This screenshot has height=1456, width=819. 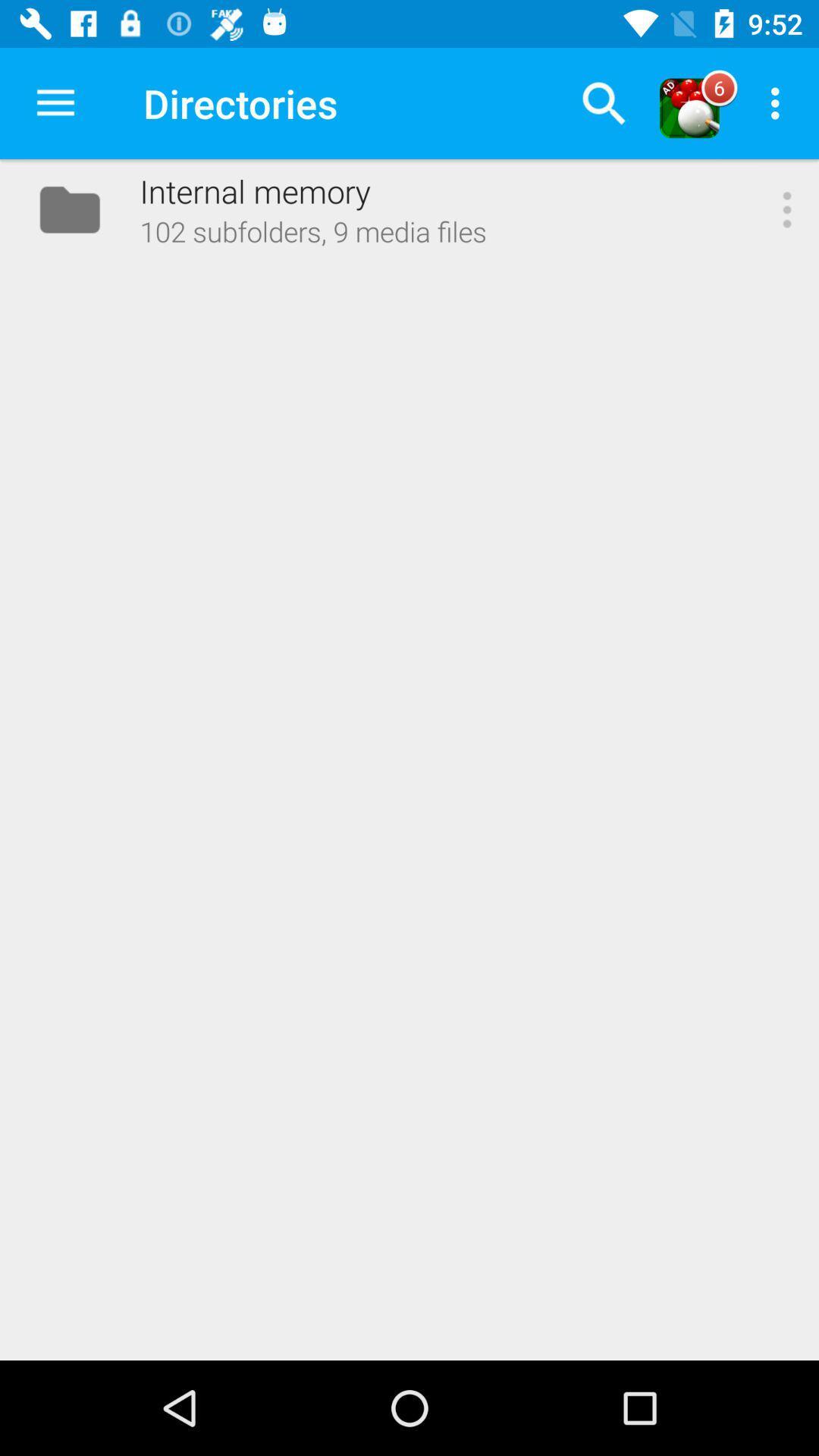 I want to click on the app next to directories app, so click(x=603, y=102).